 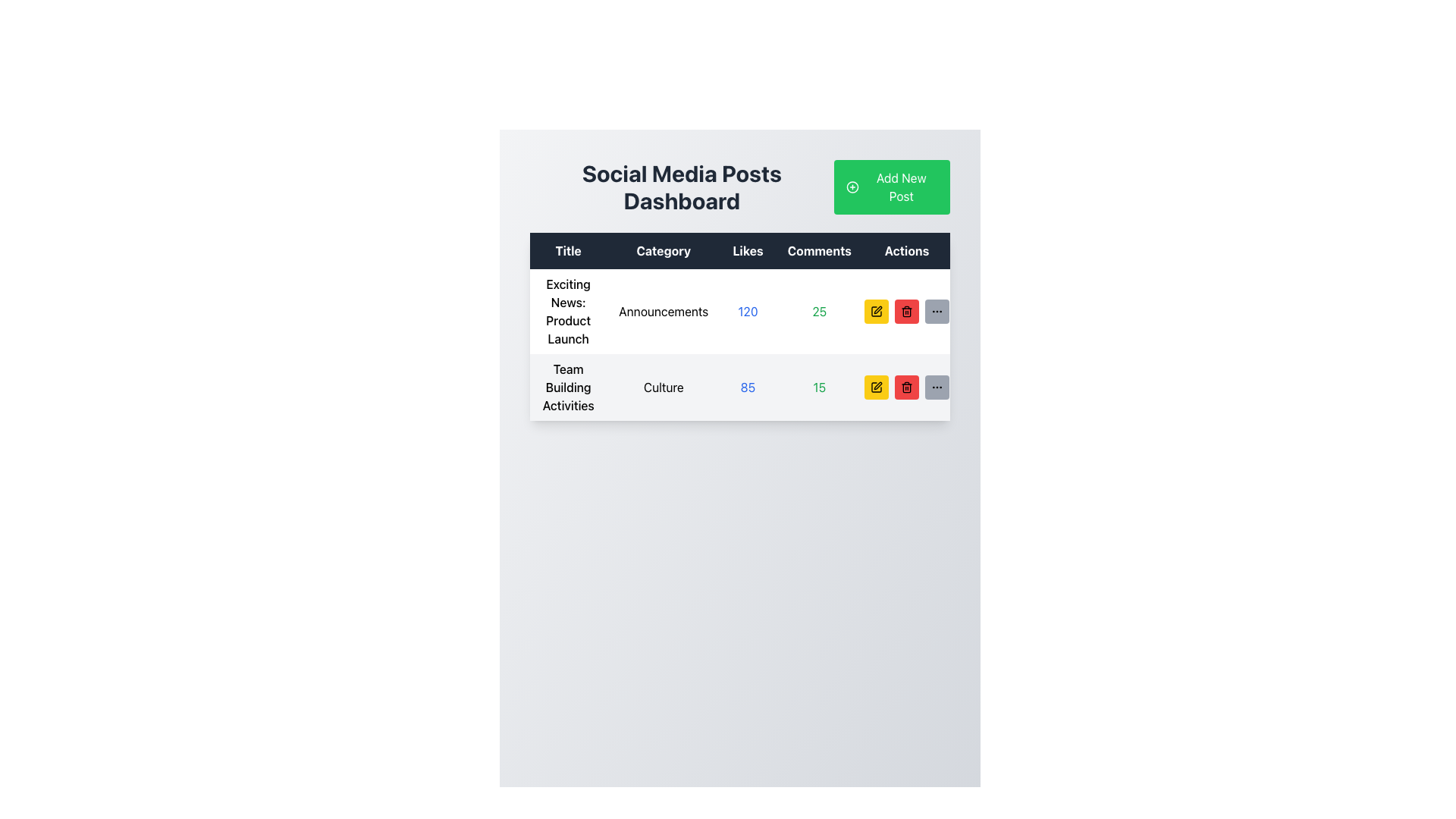 What do you see at coordinates (567, 386) in the screenshot?
I see `the text label 'Team Building Activities' which is prominently displayed in the leftmost column of the second row of a table` at bounding box center [567, 386].